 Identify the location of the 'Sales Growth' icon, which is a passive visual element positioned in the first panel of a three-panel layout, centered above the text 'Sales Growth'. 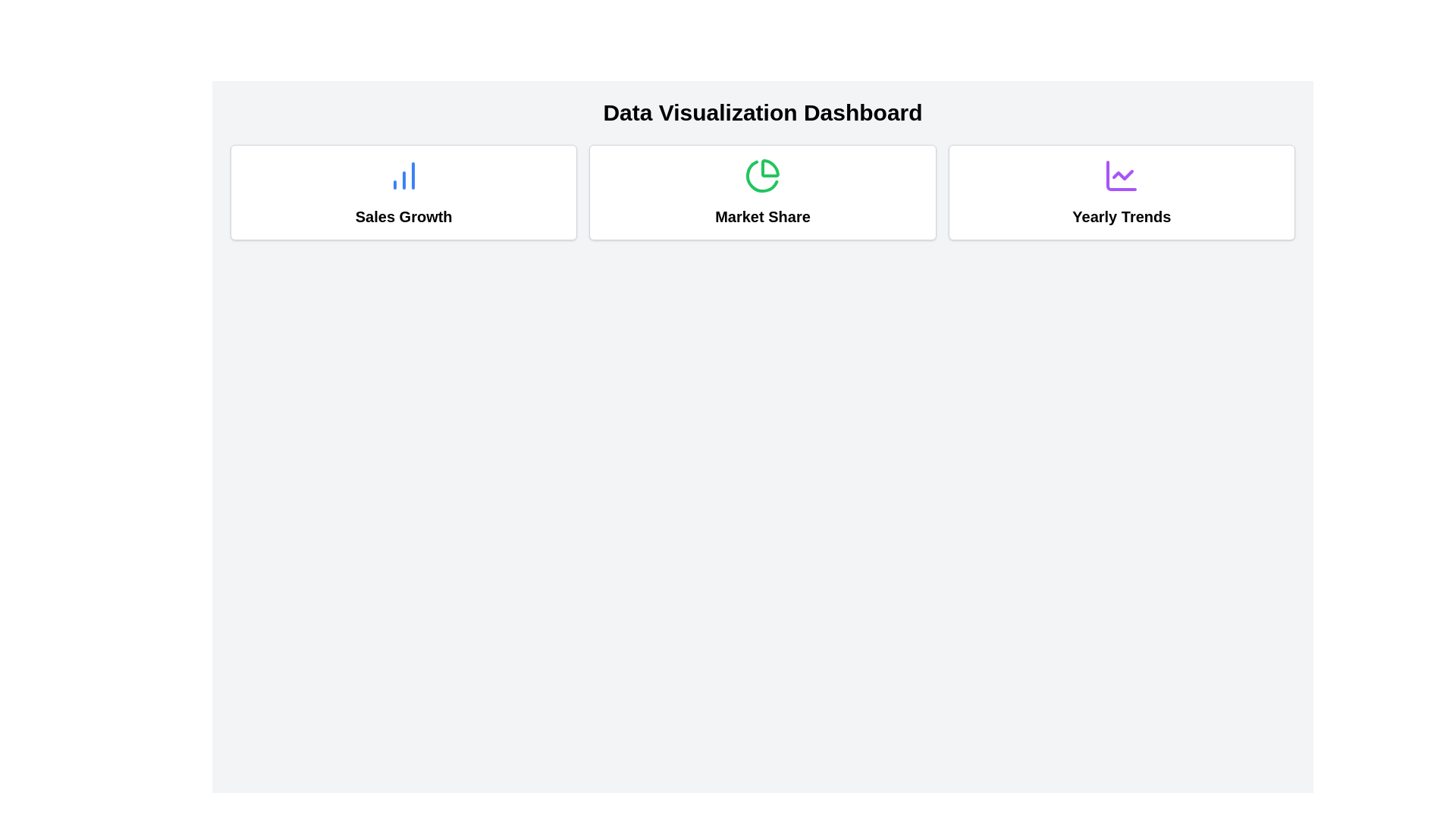
(403, 174).